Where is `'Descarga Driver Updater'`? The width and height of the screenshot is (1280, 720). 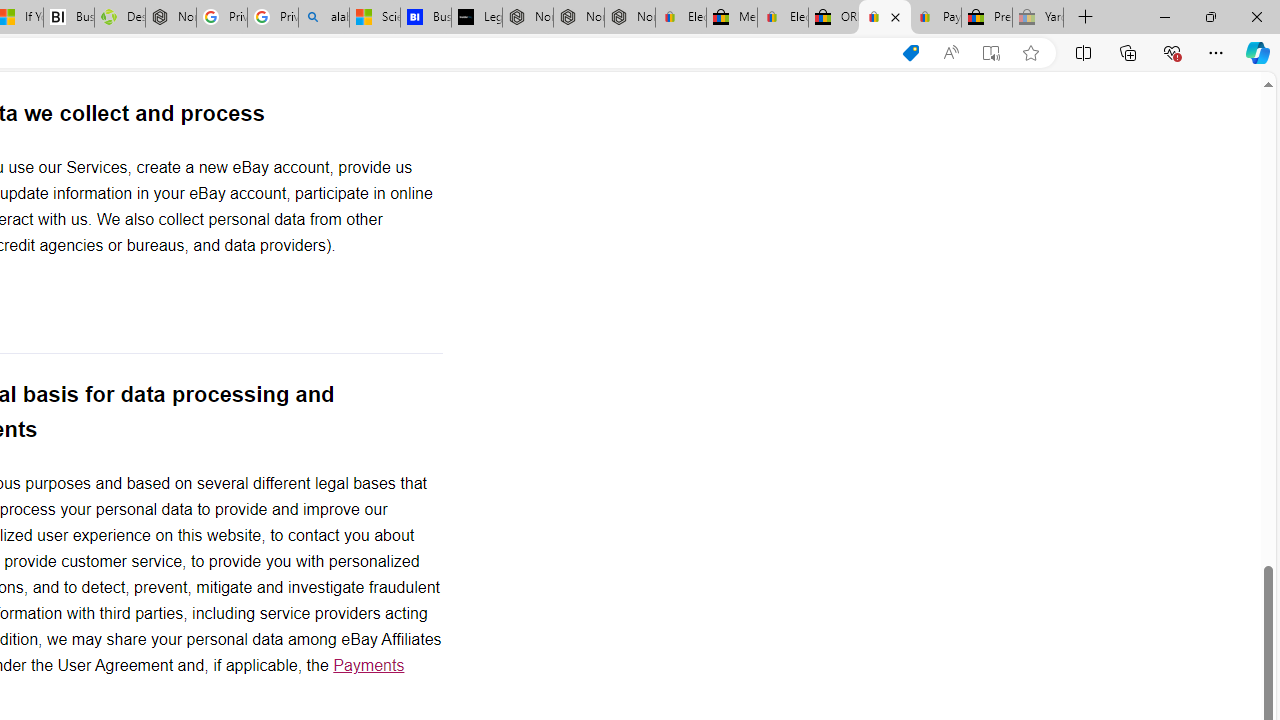 'Descarga Driver Updater' is located at coordinates (118, 17).